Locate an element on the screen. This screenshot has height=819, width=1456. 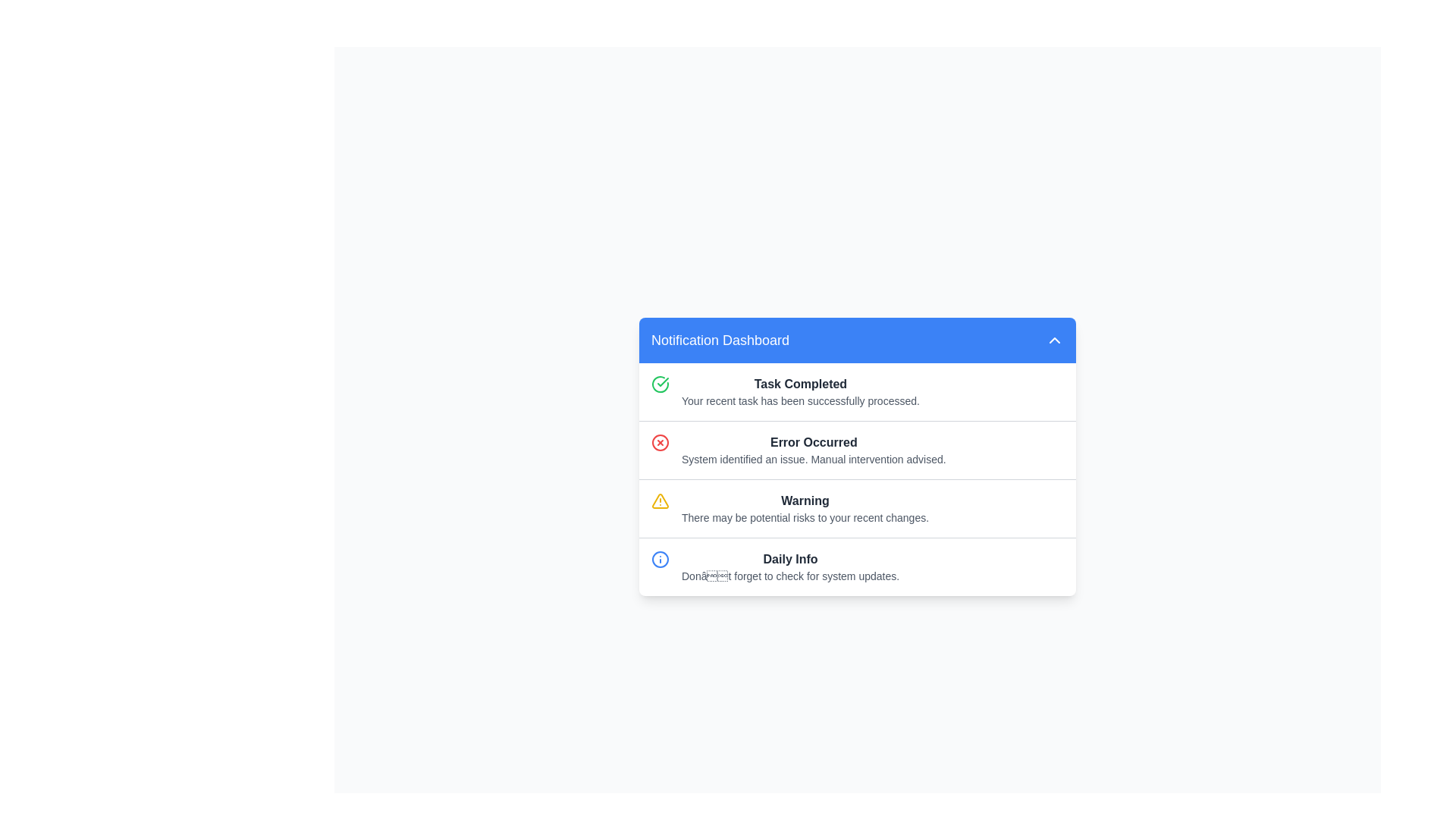
the status indicator icon that visually represents the successful completion of a task, located to the left of the text 'Task Completed' in the top row of the notification list is located at coordinates (660, 383).